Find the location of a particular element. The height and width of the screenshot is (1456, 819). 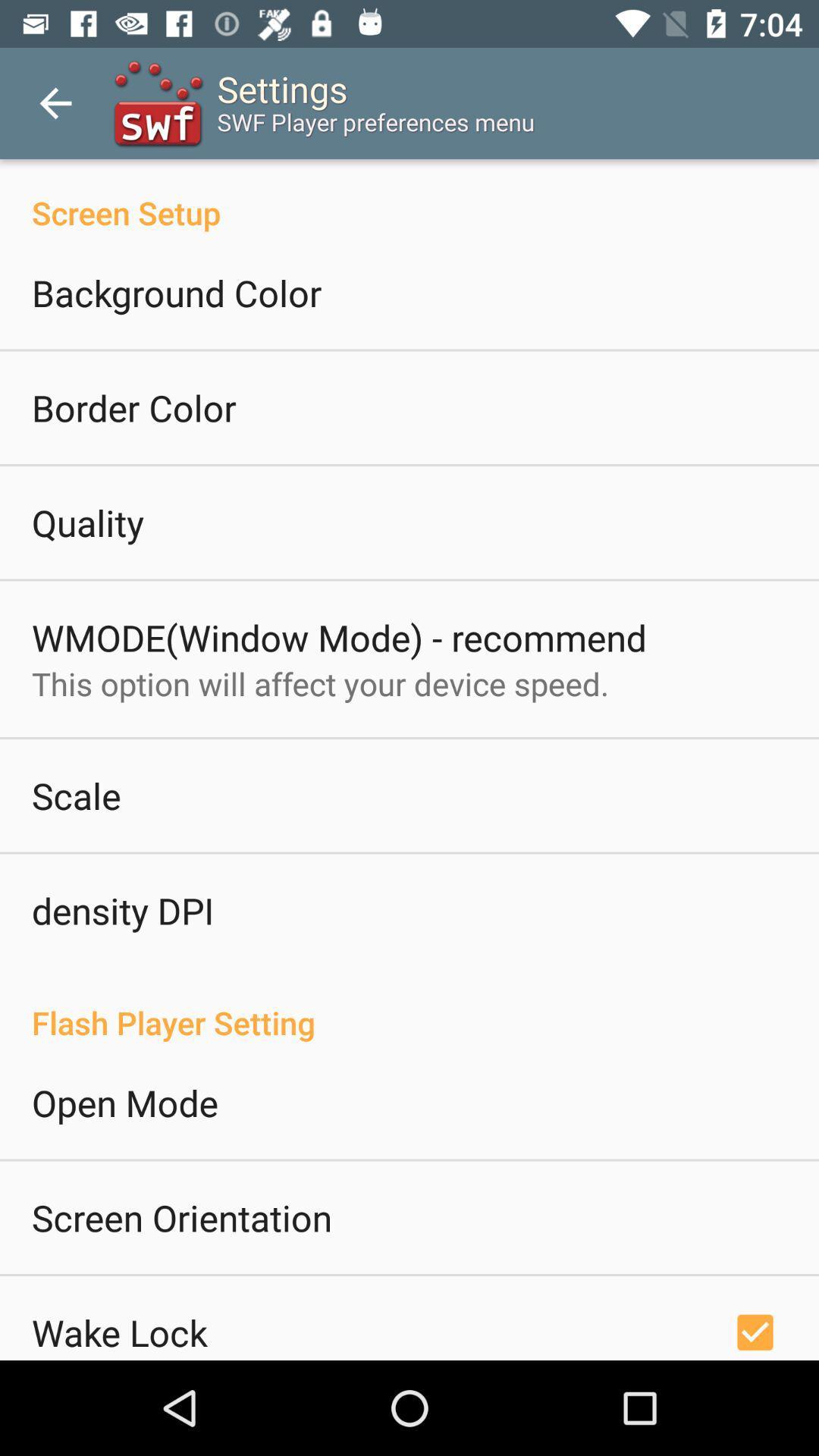

border color icon is located at coordinates (133, 407).